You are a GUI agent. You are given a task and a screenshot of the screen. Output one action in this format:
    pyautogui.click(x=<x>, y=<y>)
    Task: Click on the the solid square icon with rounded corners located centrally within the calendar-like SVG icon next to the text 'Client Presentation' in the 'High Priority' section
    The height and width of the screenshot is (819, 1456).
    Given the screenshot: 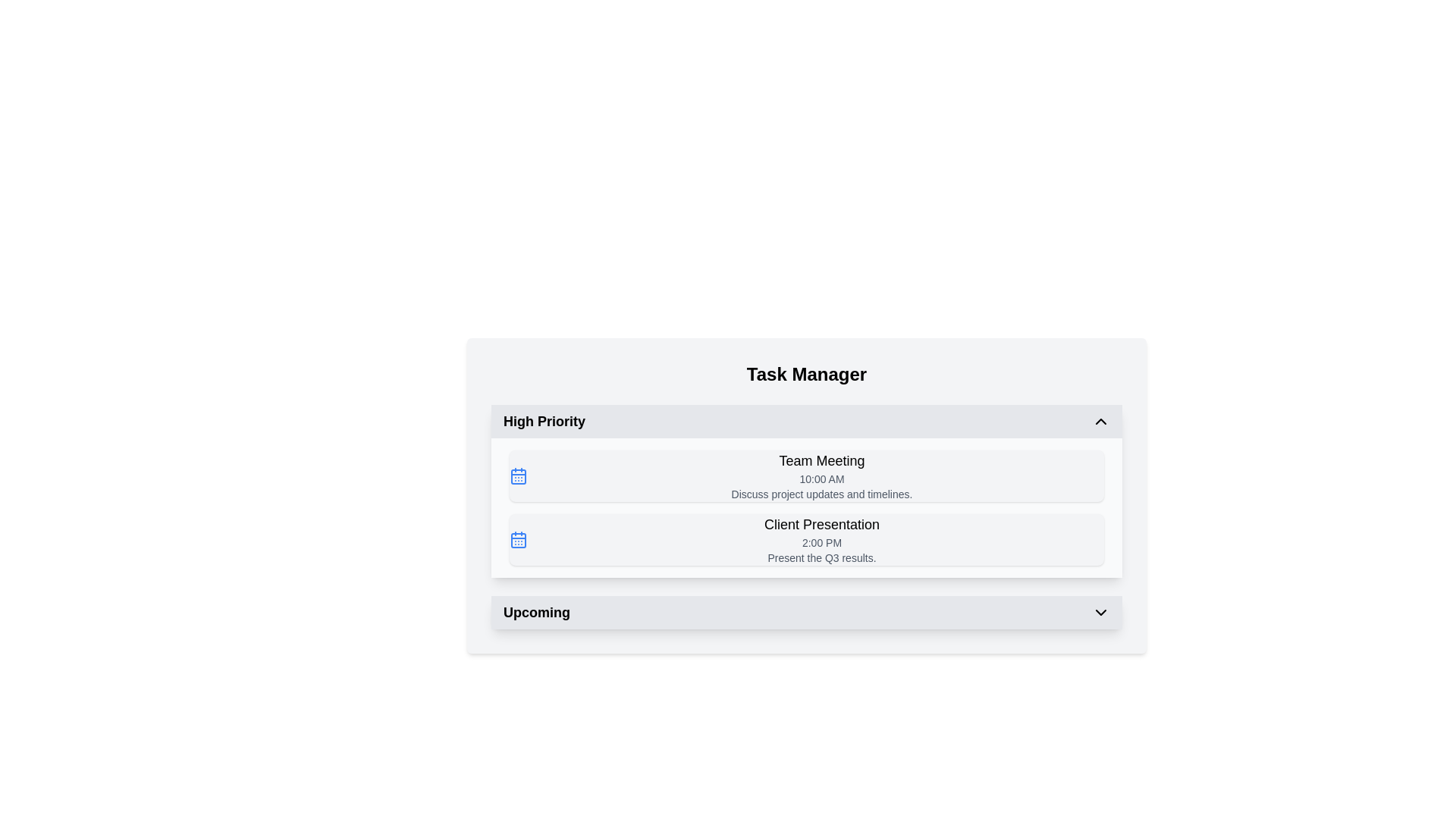 What is the action you would take?
    pyautogui.click(x=519, y=540)
    